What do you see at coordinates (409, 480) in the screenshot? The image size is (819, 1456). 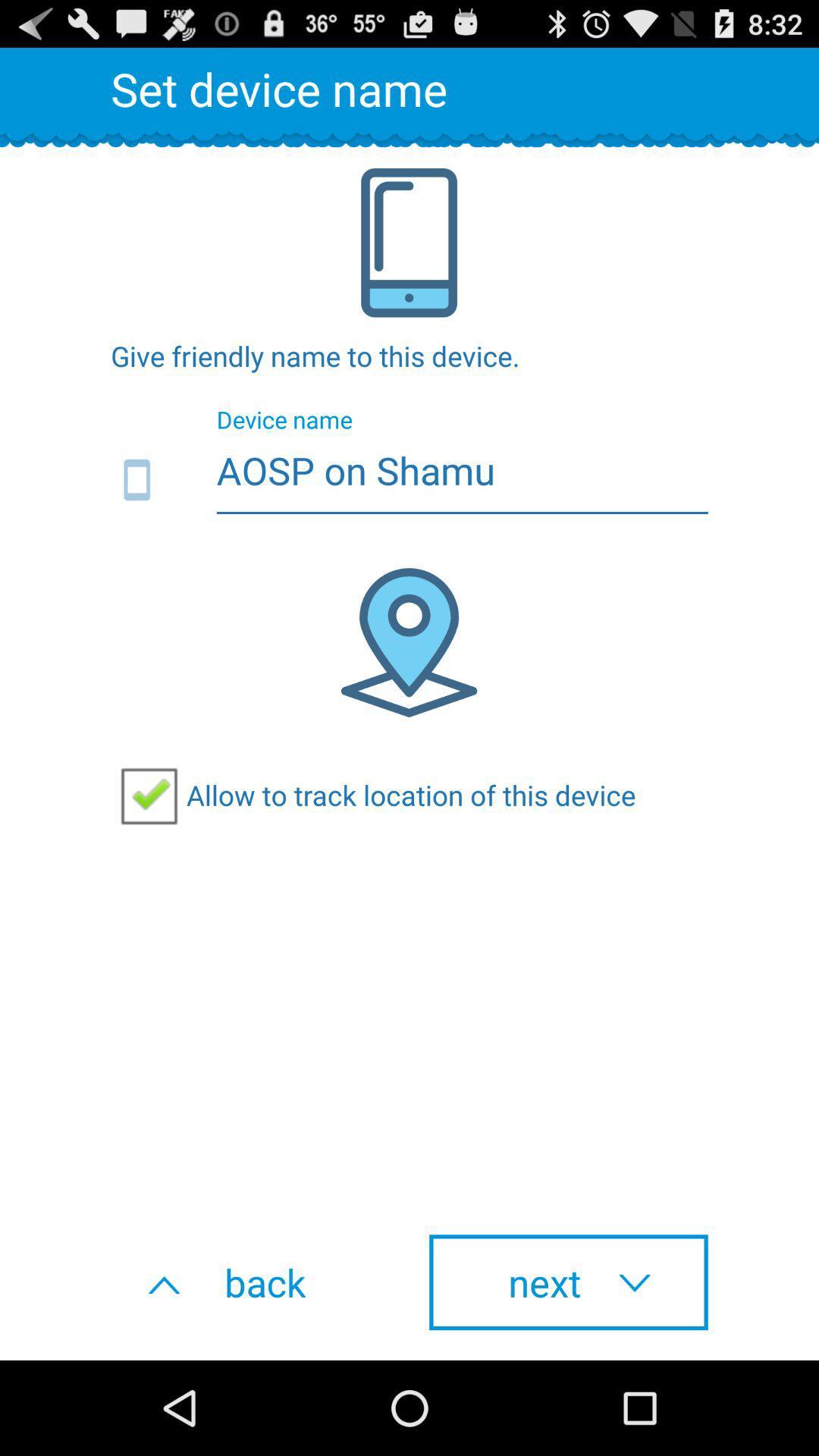 I see `aosp on shamu icon` at bounding box center [409, 480].